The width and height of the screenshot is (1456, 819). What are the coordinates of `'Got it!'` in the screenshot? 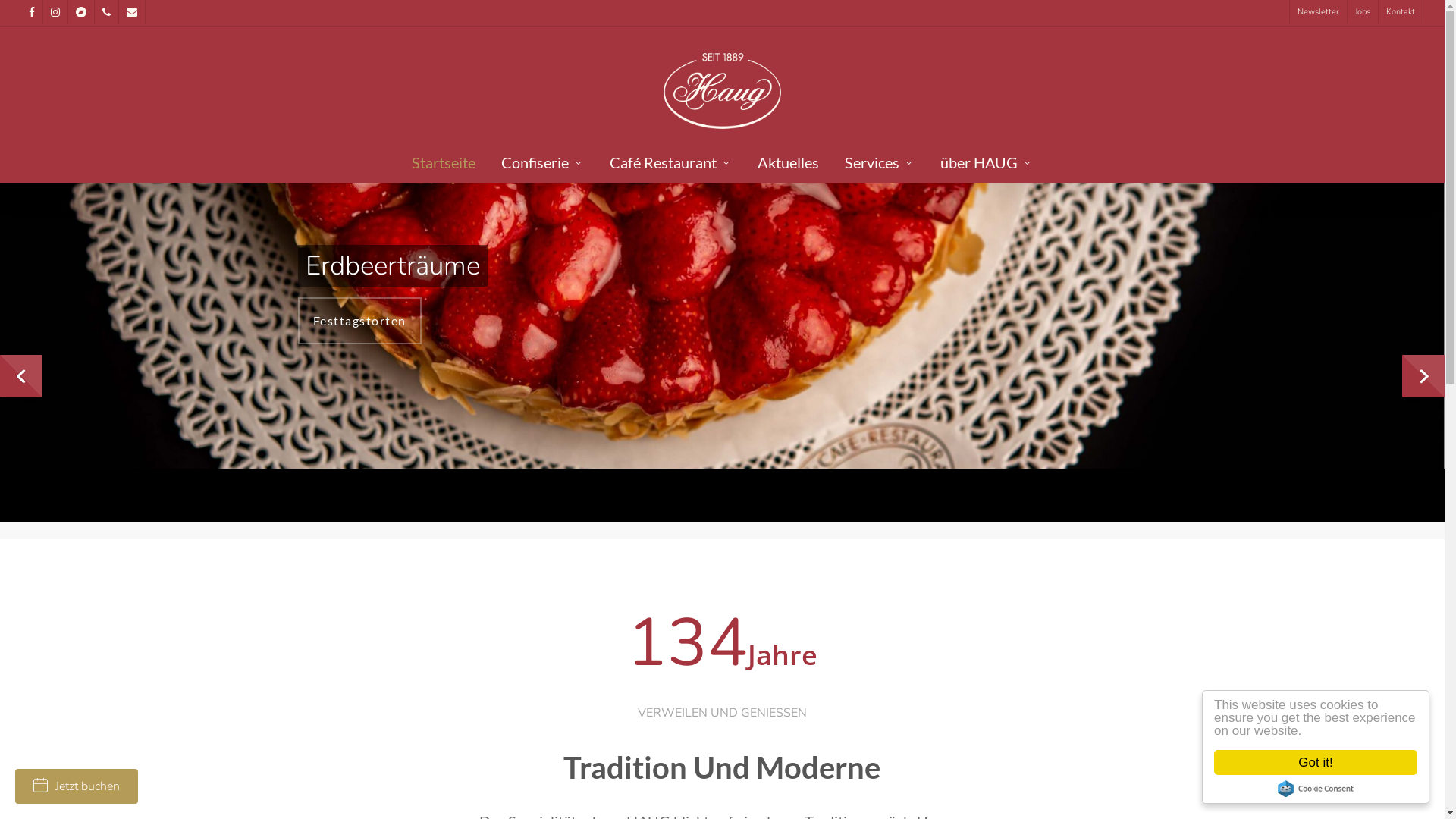 It's located at (1214, 762).